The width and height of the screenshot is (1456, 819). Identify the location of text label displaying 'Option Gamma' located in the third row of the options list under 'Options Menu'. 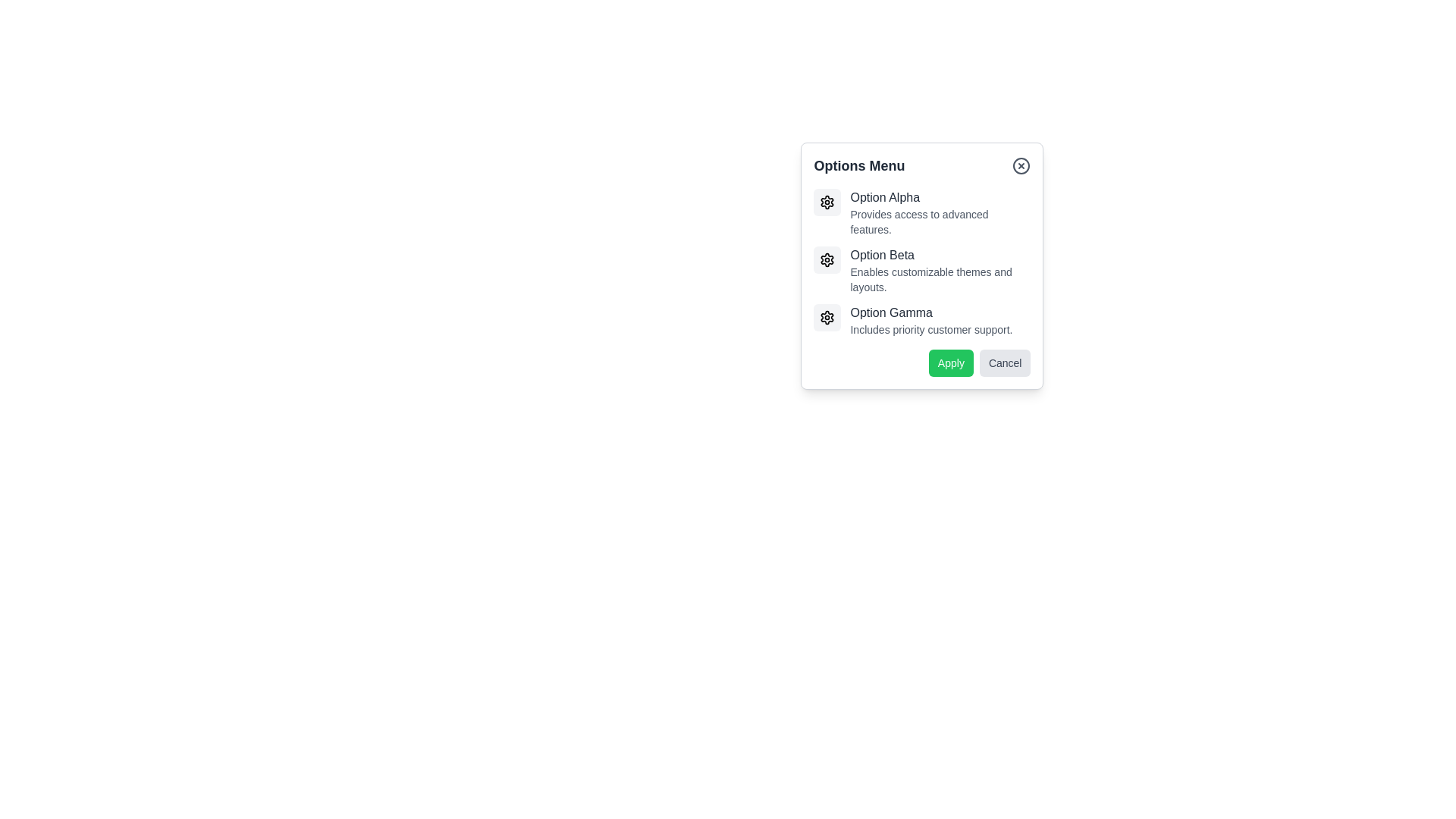
(930, 312).